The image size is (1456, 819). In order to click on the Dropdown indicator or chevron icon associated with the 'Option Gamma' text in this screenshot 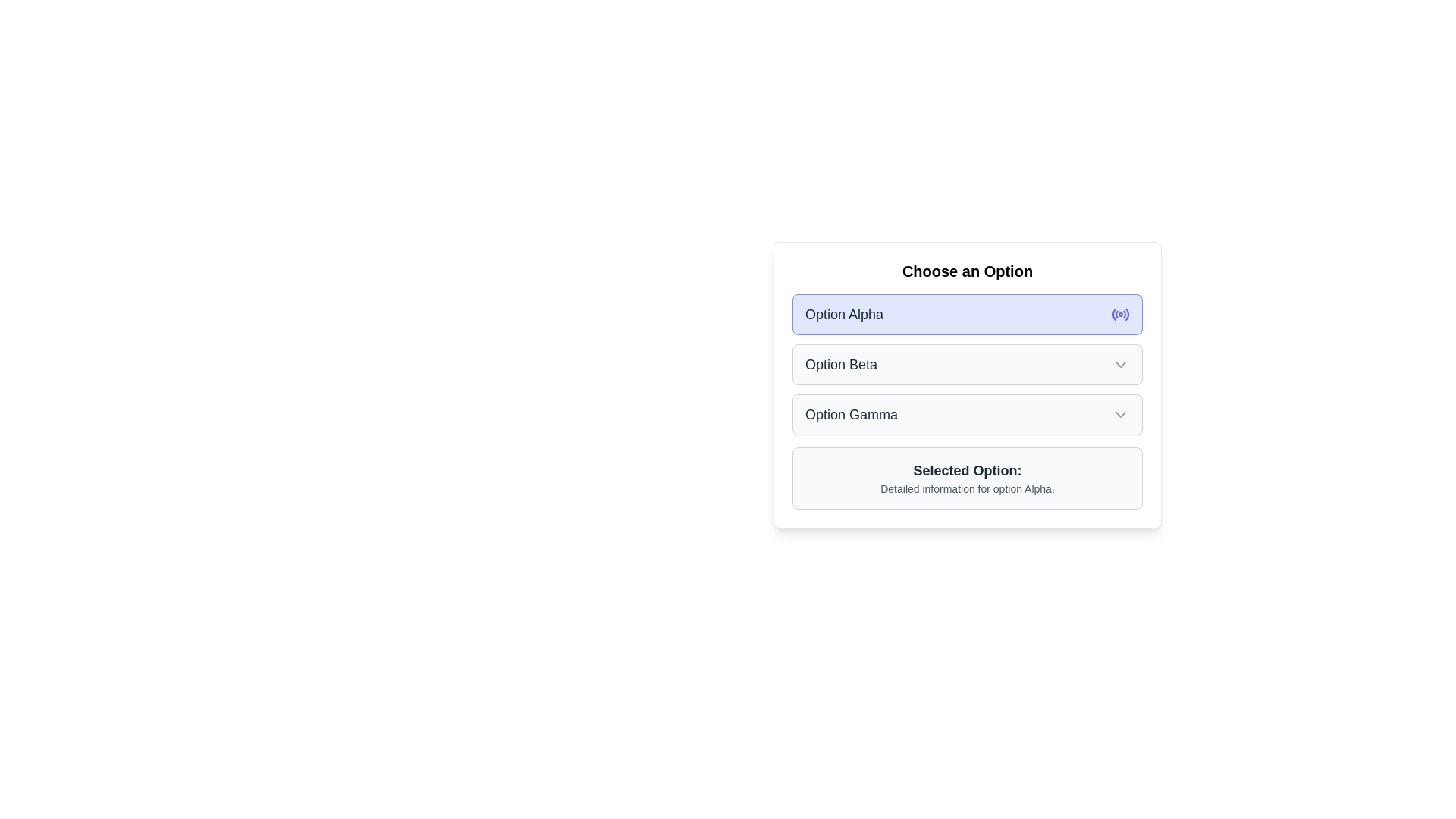, I will do `click(1121, 415)`.